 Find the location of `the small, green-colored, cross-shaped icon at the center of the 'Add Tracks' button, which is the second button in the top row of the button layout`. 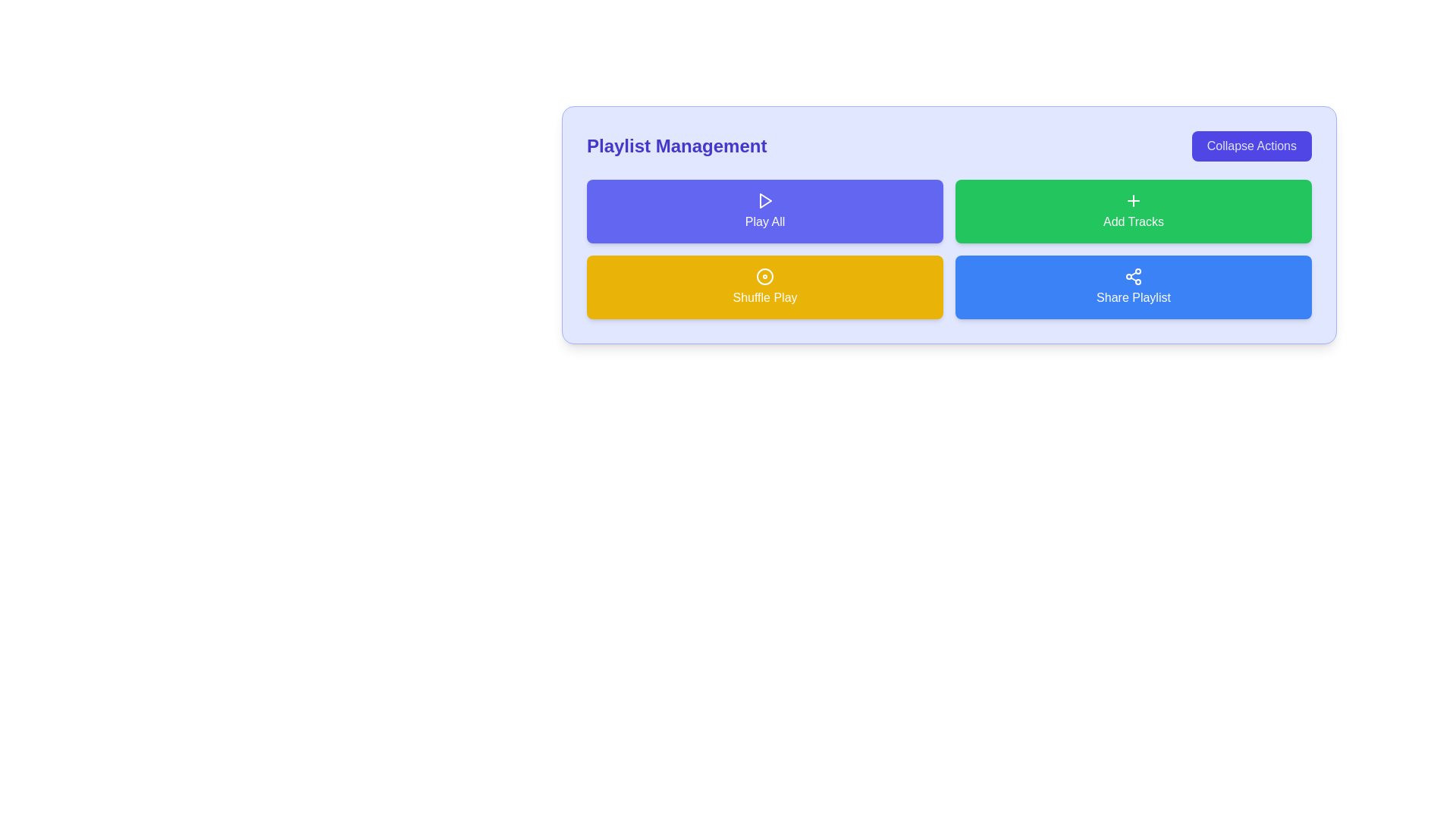

the small, green-colored, cross-shaped icon at the center of the 'Add Tracks' button, which is the second button in the top row of the button layout is located at coordinates (1133, 200).